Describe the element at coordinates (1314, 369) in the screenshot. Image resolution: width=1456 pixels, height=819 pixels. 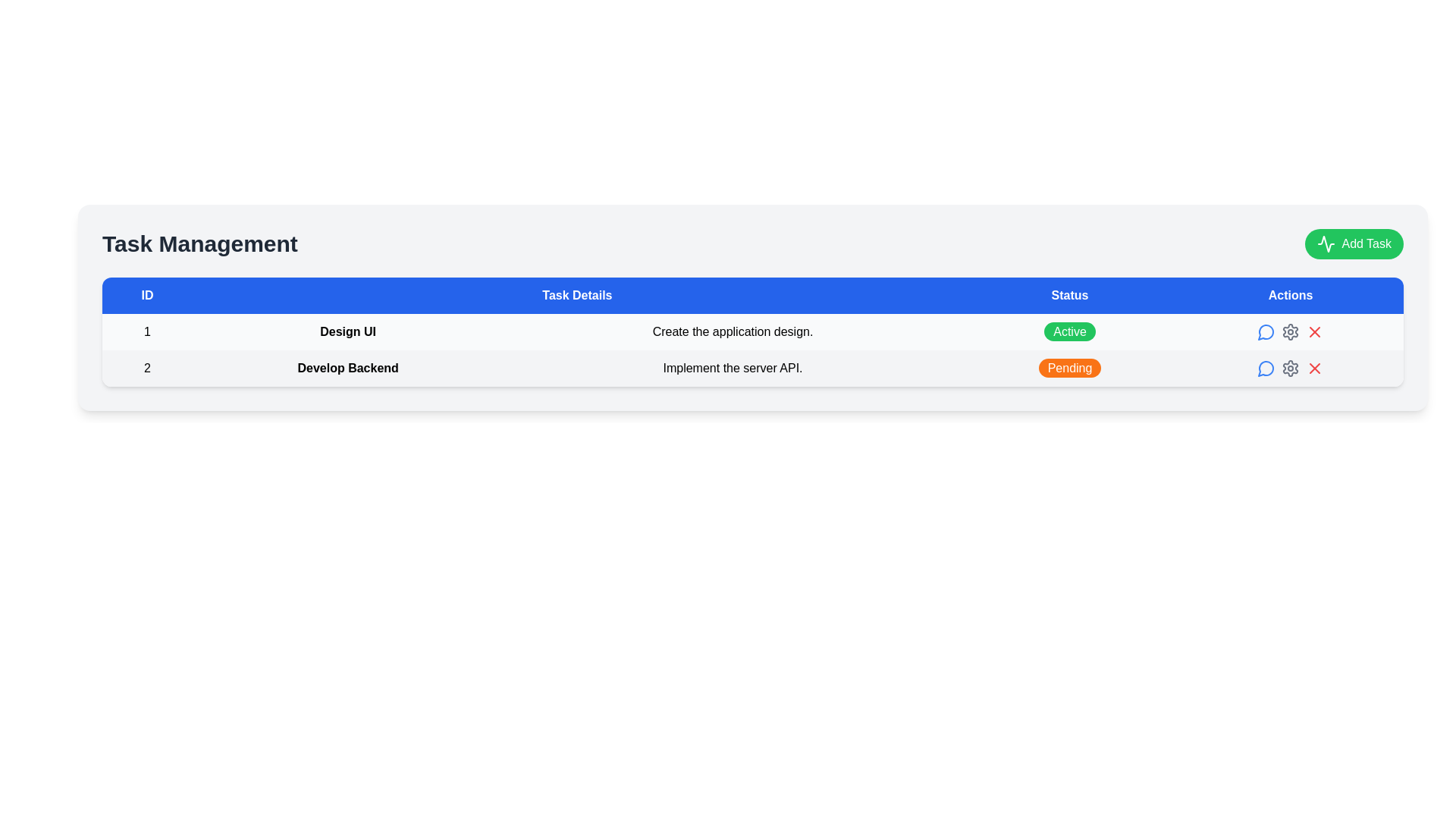
I see `the red 'X' icon in the 'Actions' column of the second row of the task table` at that location.